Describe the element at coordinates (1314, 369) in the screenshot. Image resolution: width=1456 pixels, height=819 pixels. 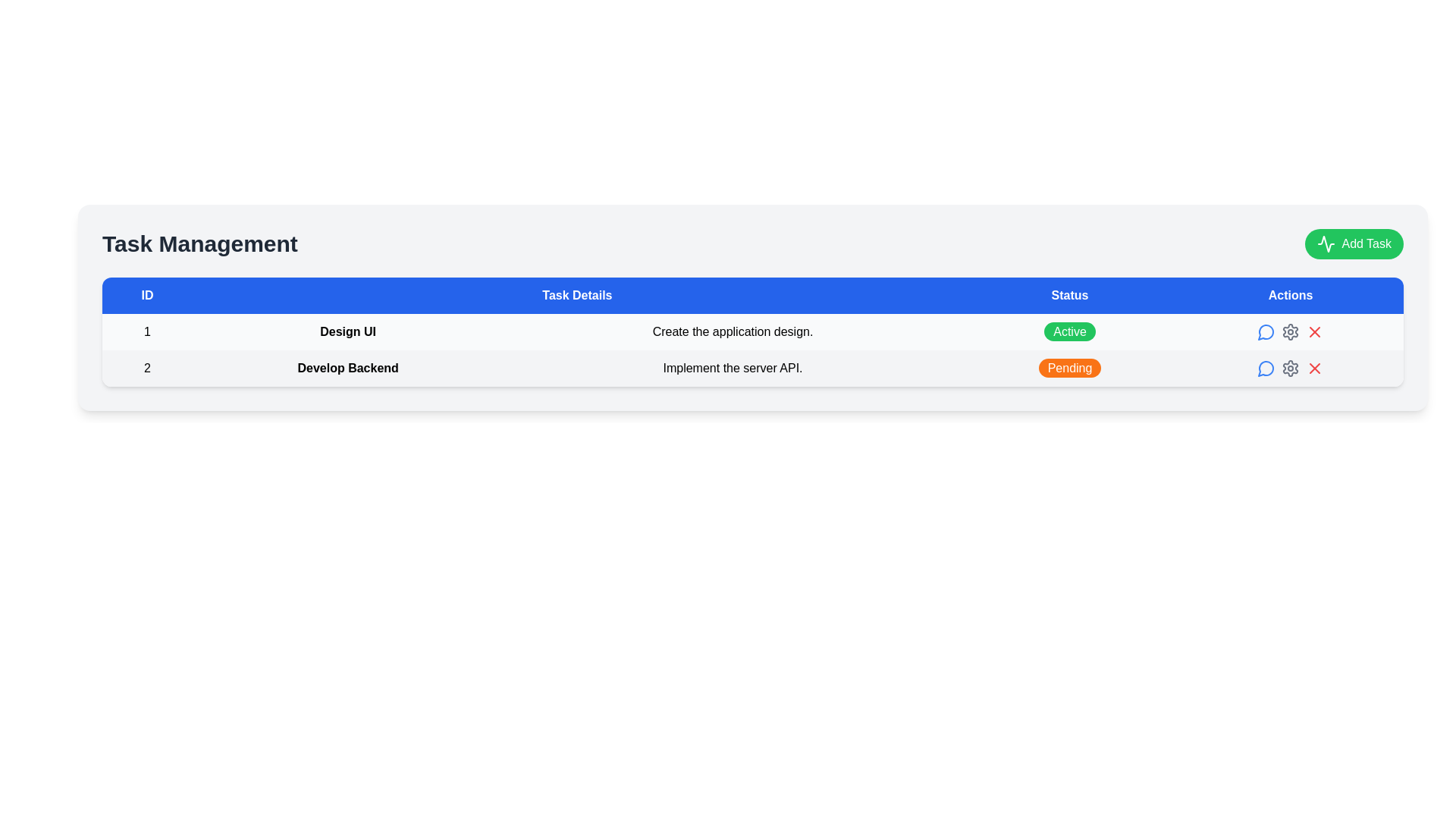
I see `the red 'X' icon in the 'Actions' column of the second row of the task table` at that location.